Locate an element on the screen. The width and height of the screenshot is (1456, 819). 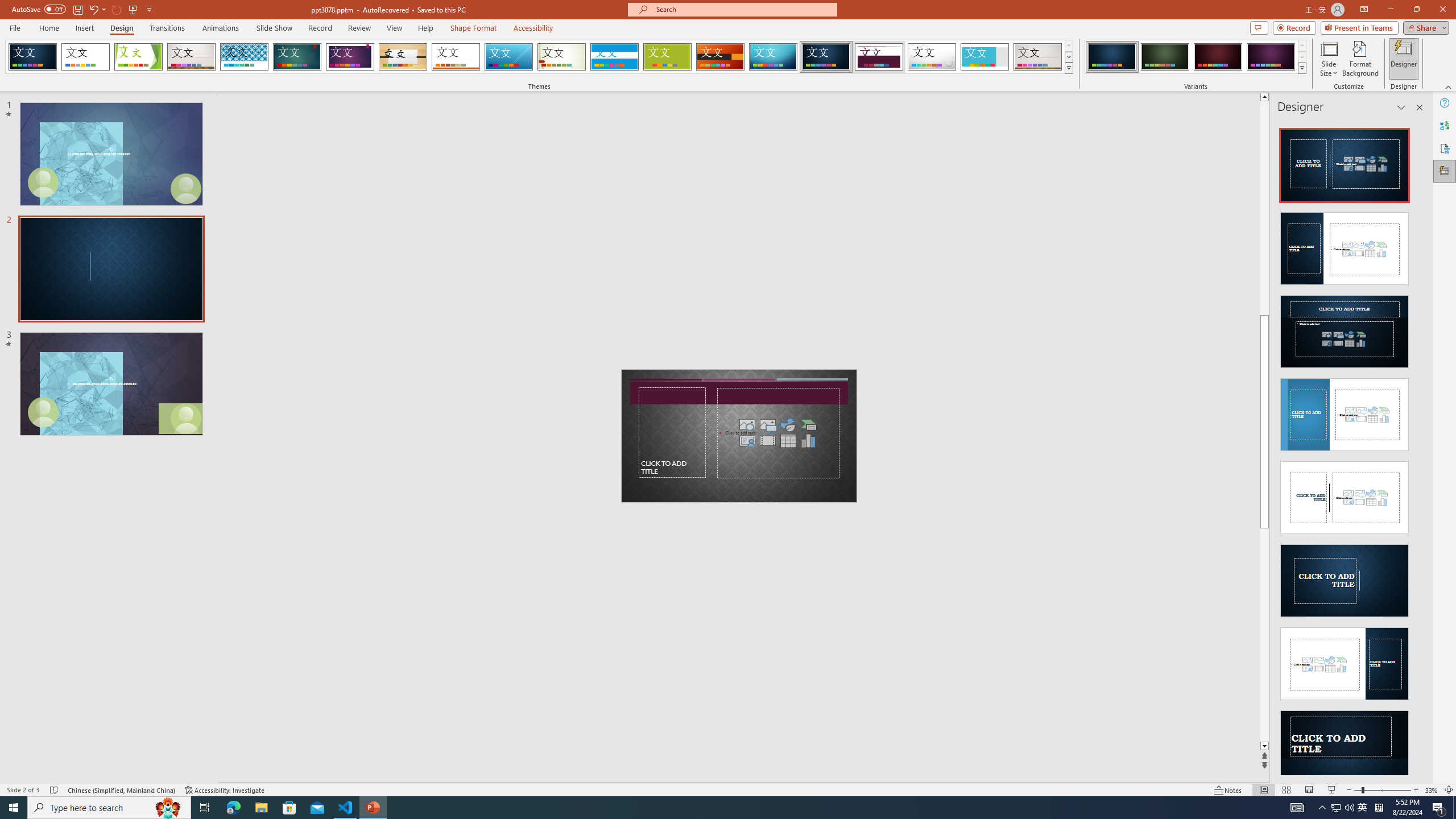
'Page up' is located at coordinates (1264, 207).